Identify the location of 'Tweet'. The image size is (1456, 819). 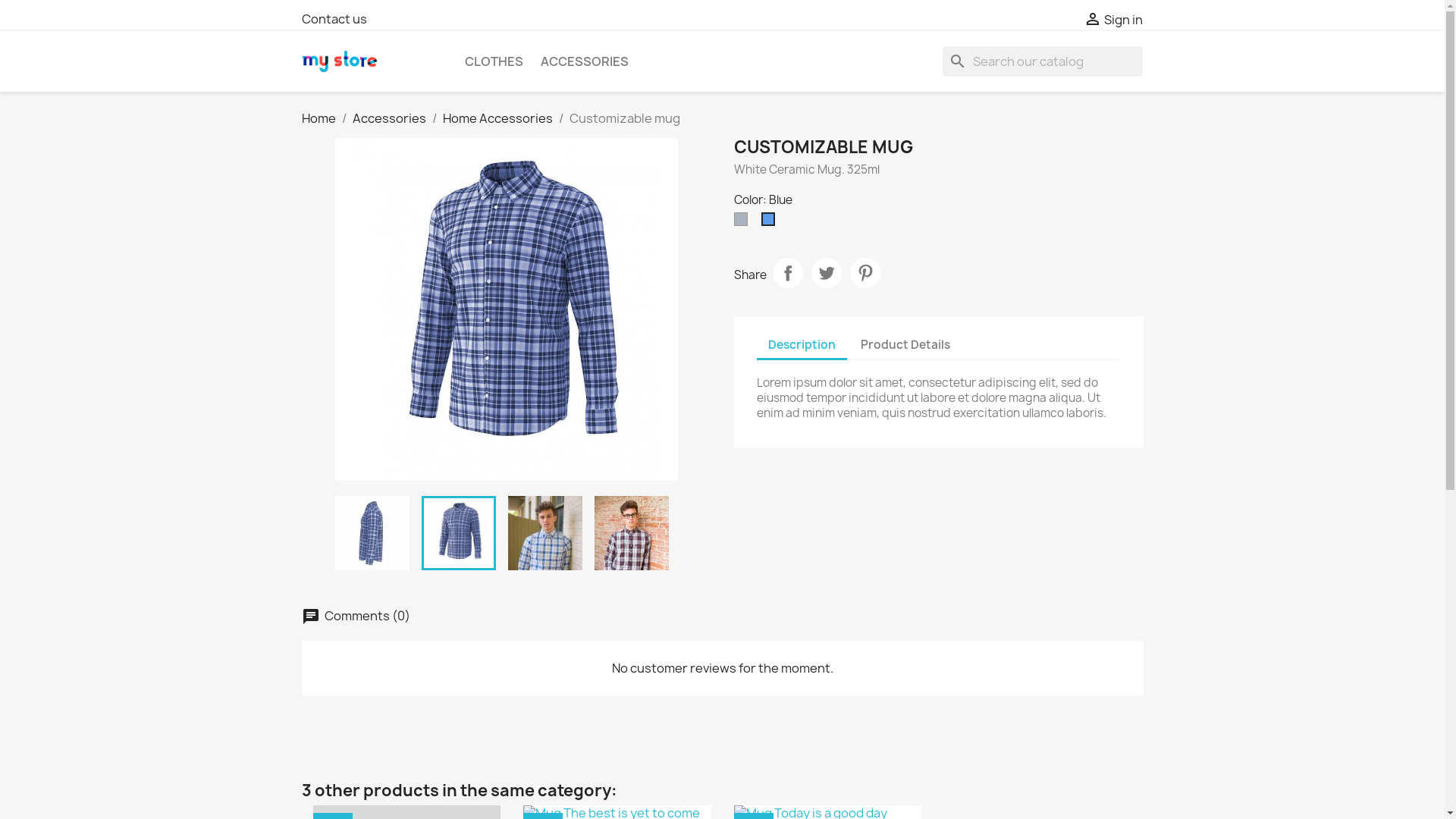
(825, 271).